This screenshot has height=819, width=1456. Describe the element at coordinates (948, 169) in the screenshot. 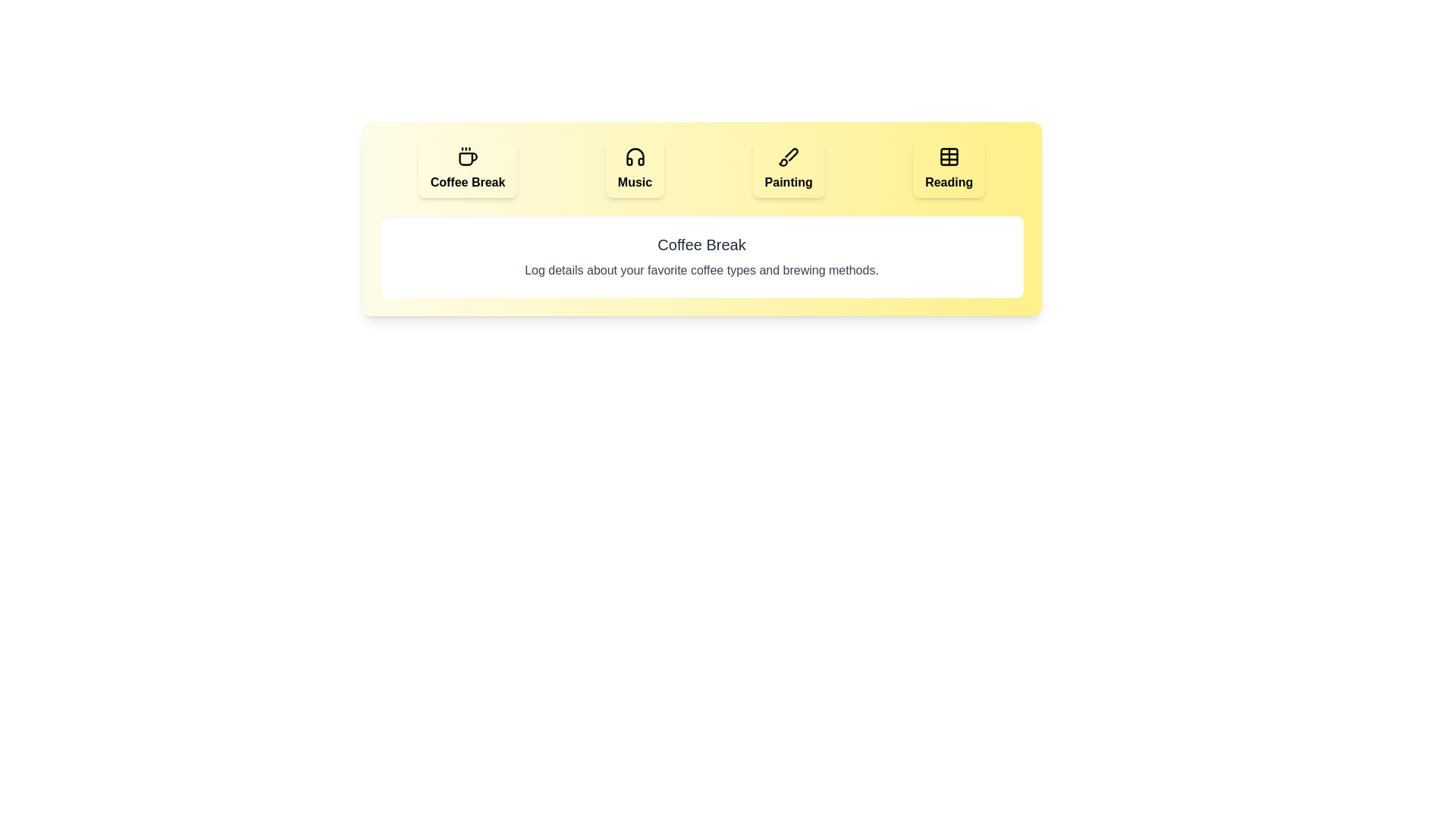

I see `the 'Reading' button, which is the farthest right among four horizontally arranged buttons, to trigger color changes for visual feedback` at that location.